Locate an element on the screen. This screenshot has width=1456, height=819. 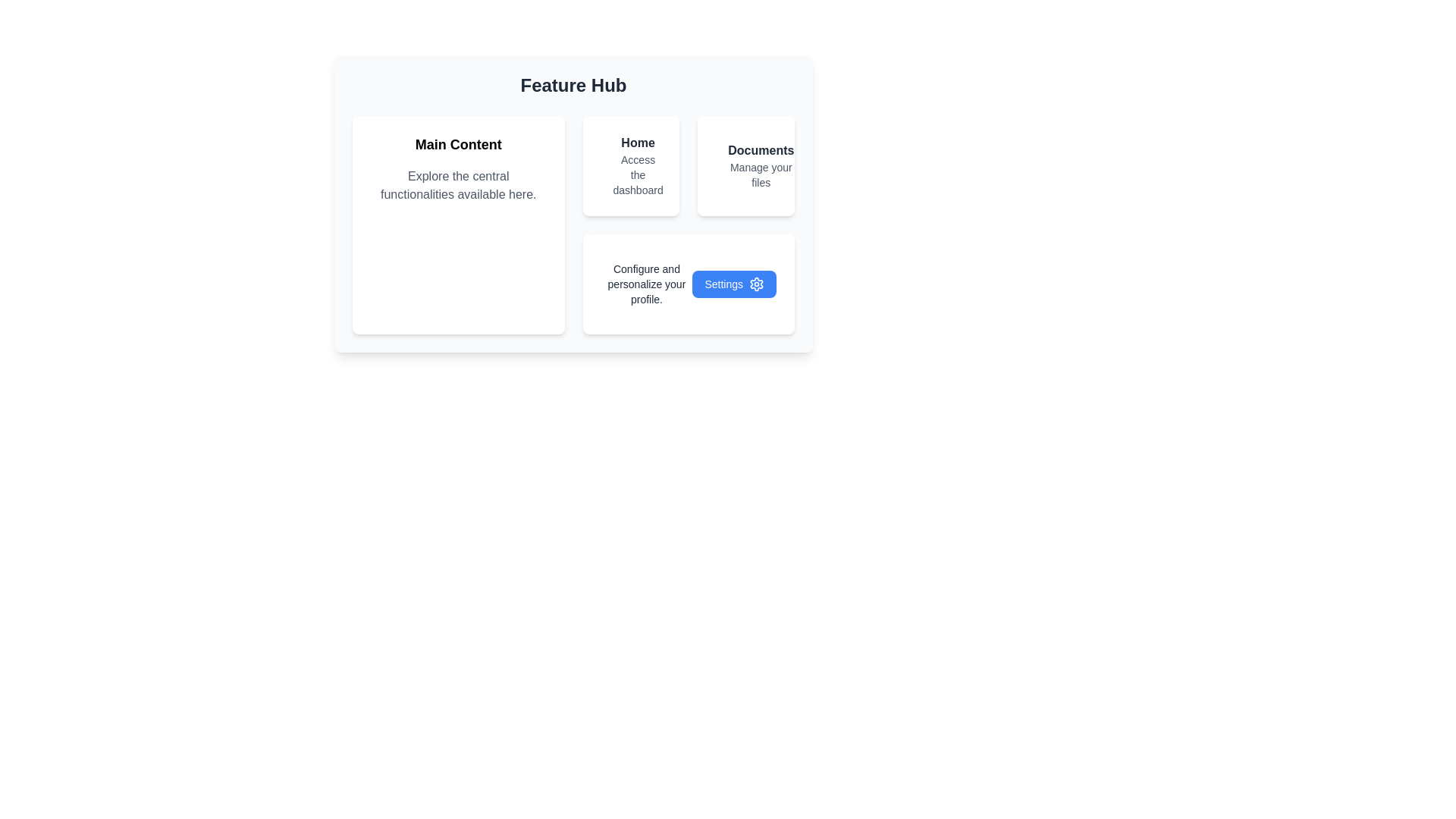
the Text label that serves as a title for the card labeled 'Access the dashboard', located at the top center of the card is located at coordinates (638, 143).